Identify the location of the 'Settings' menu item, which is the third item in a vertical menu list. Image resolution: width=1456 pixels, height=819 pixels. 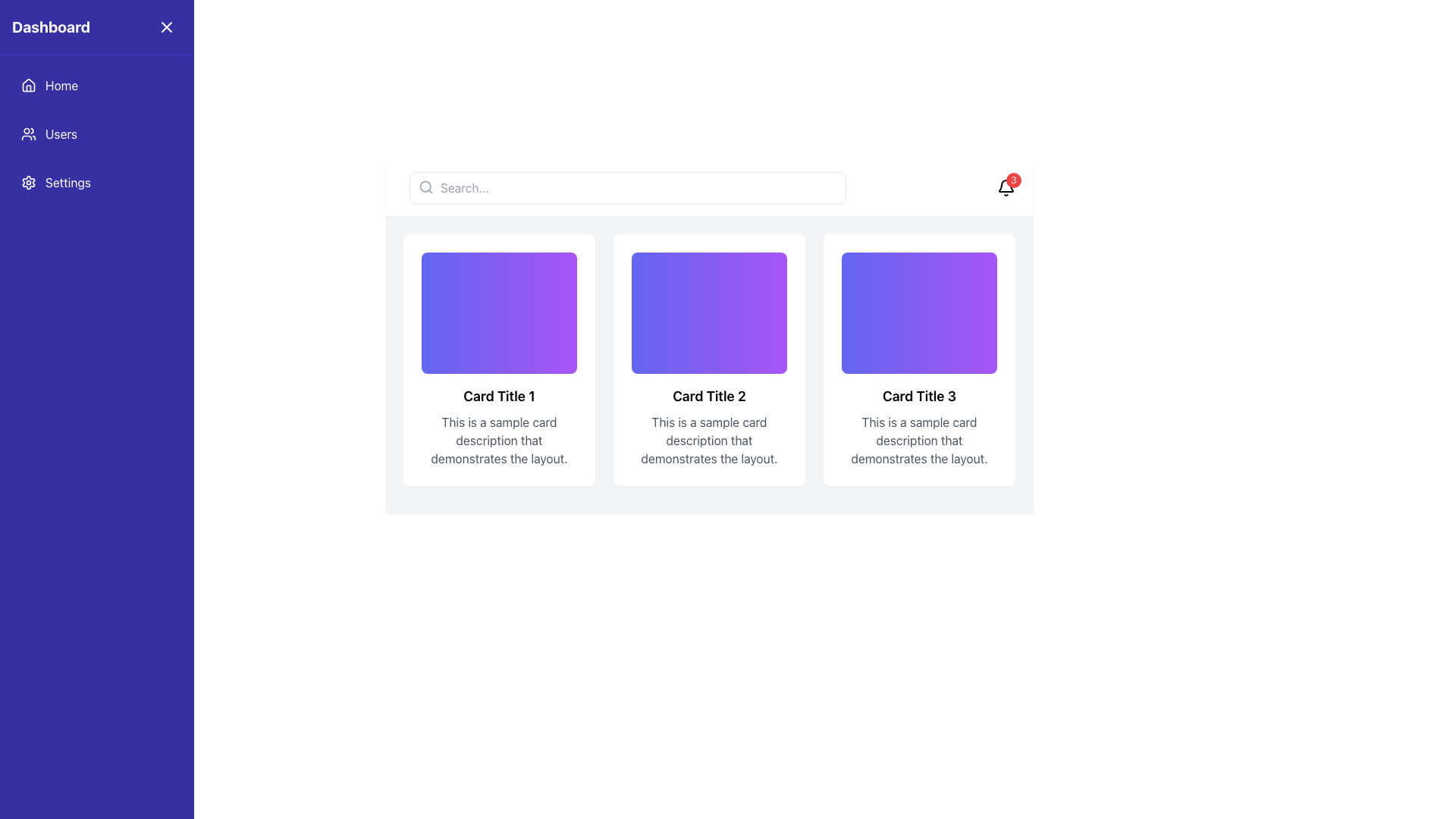
(96, 181).